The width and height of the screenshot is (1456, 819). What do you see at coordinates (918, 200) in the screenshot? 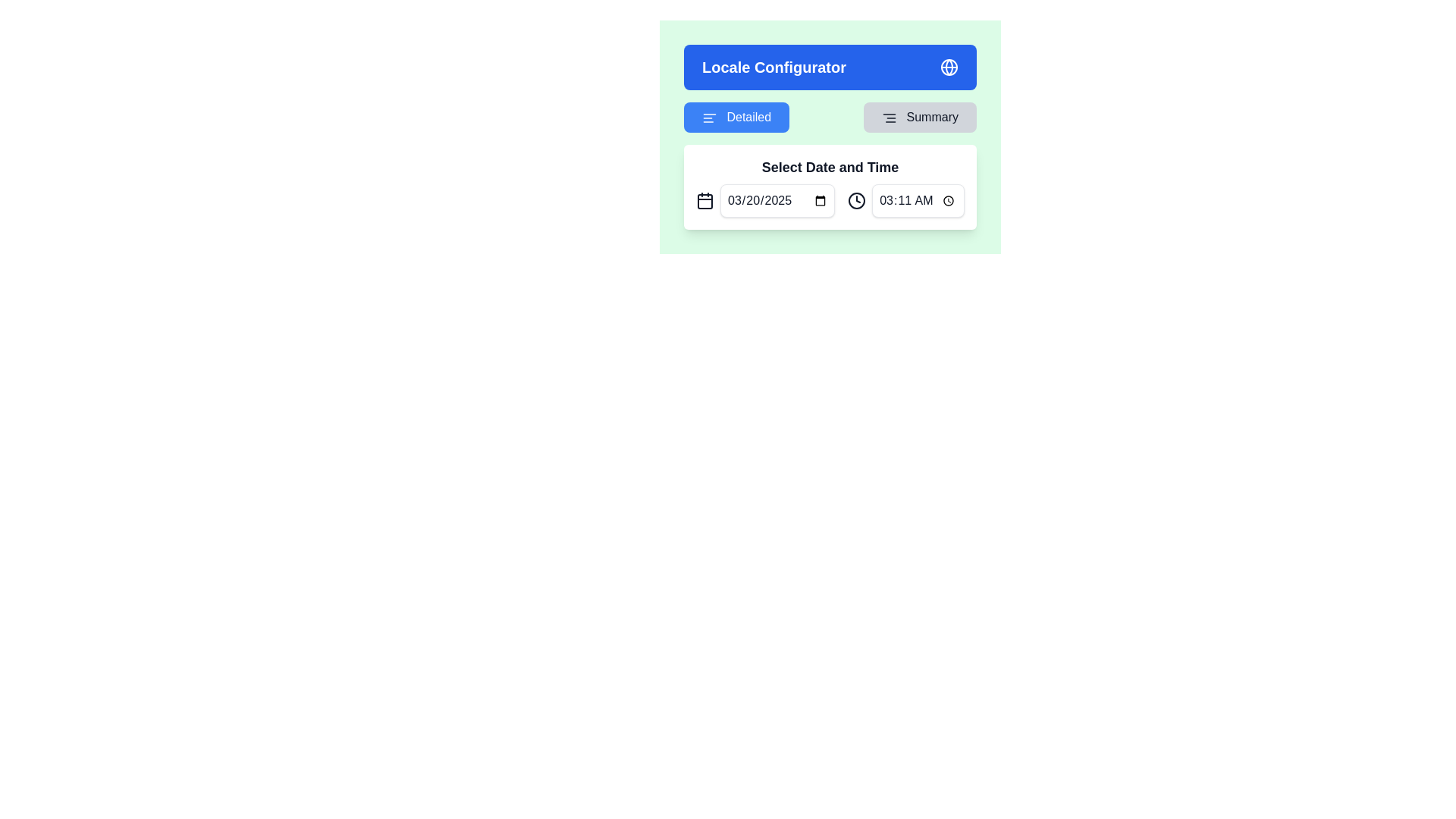
I see `the Time input field located in the bottom-right section of the 'Select Date and Time' form` at bounding box center [918, 200].